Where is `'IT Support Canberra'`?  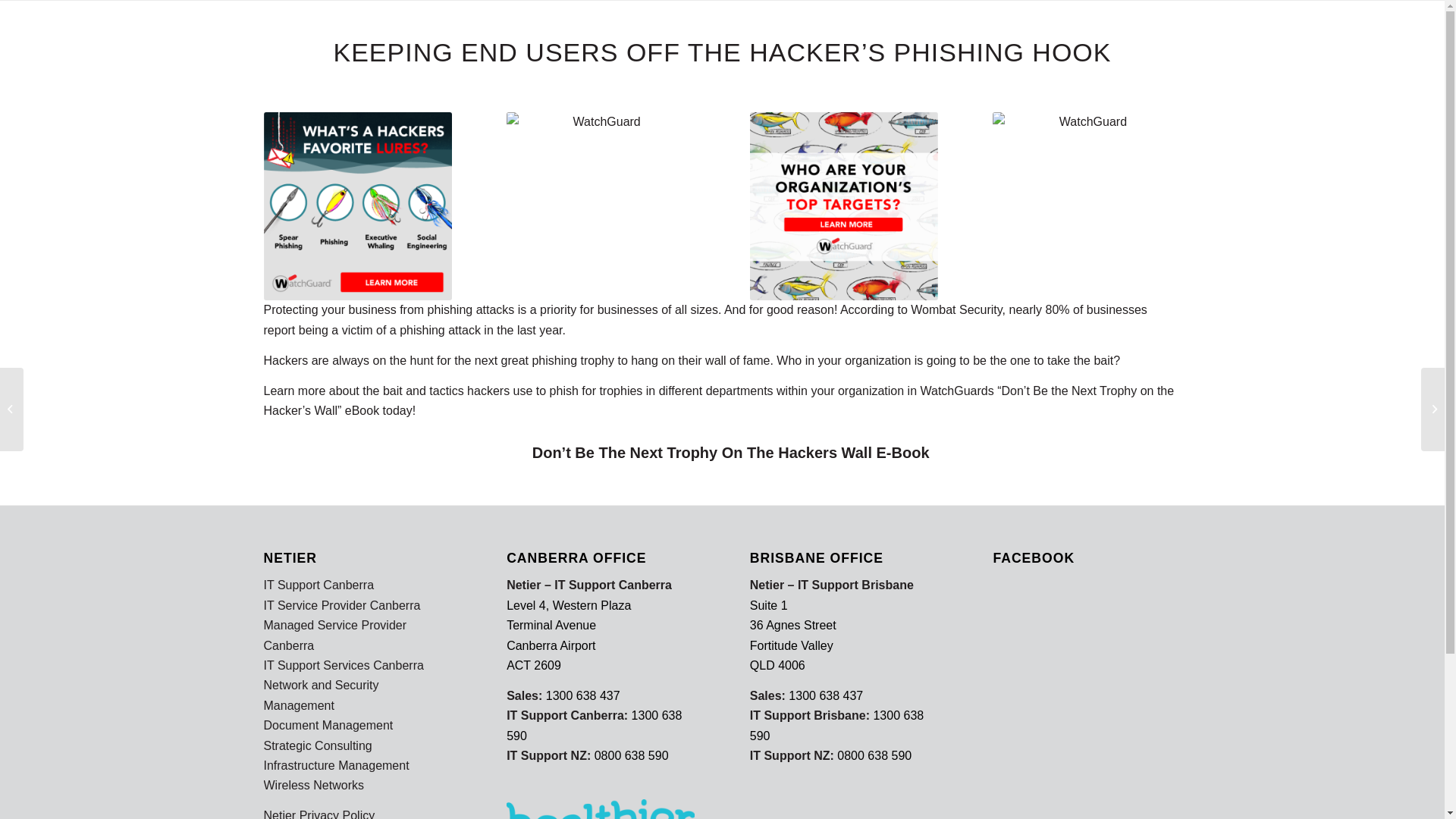
'IT Support Canberra' is located at coordinates (318, 584).